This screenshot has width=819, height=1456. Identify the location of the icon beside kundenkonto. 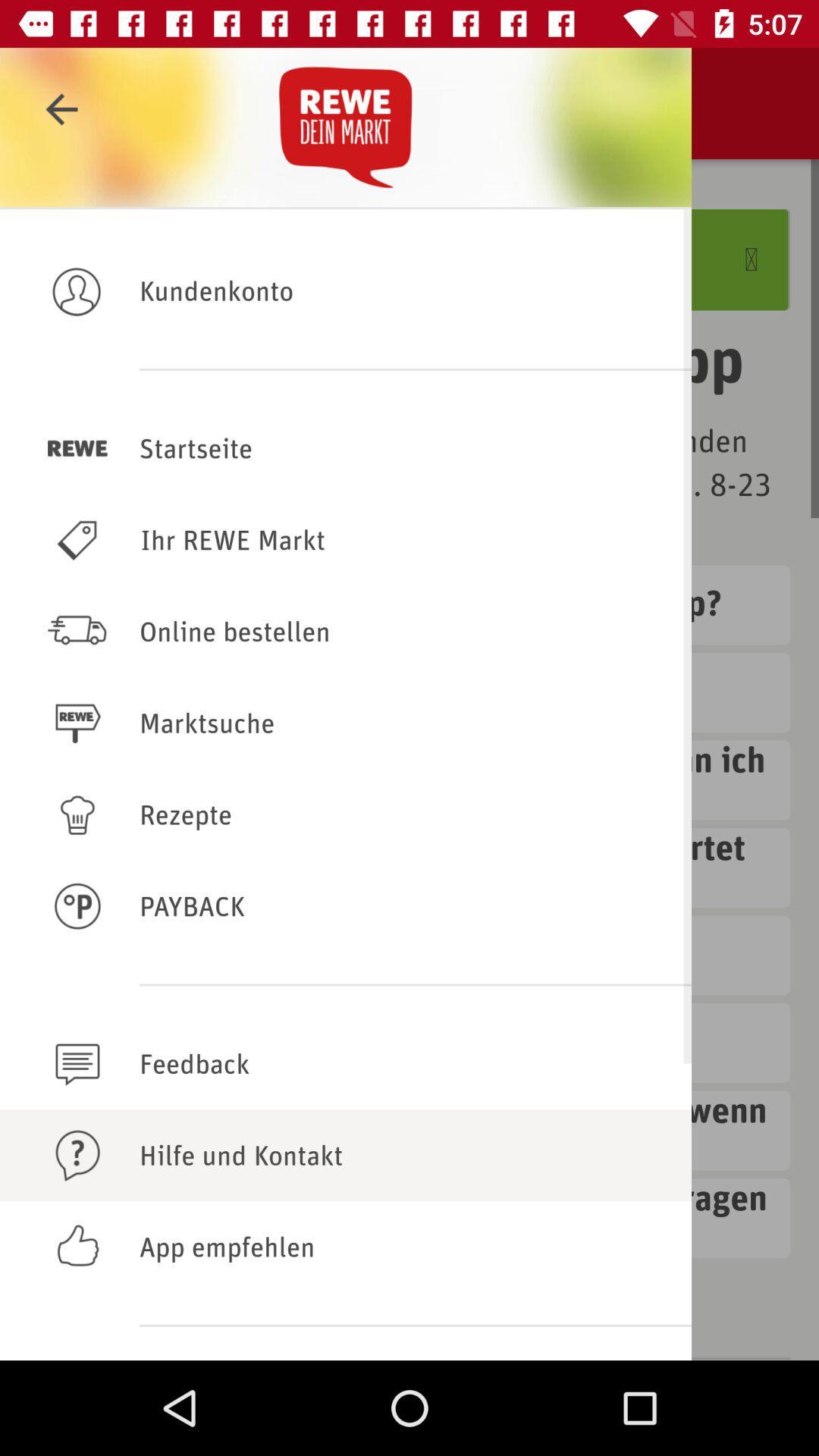
(77, 290).